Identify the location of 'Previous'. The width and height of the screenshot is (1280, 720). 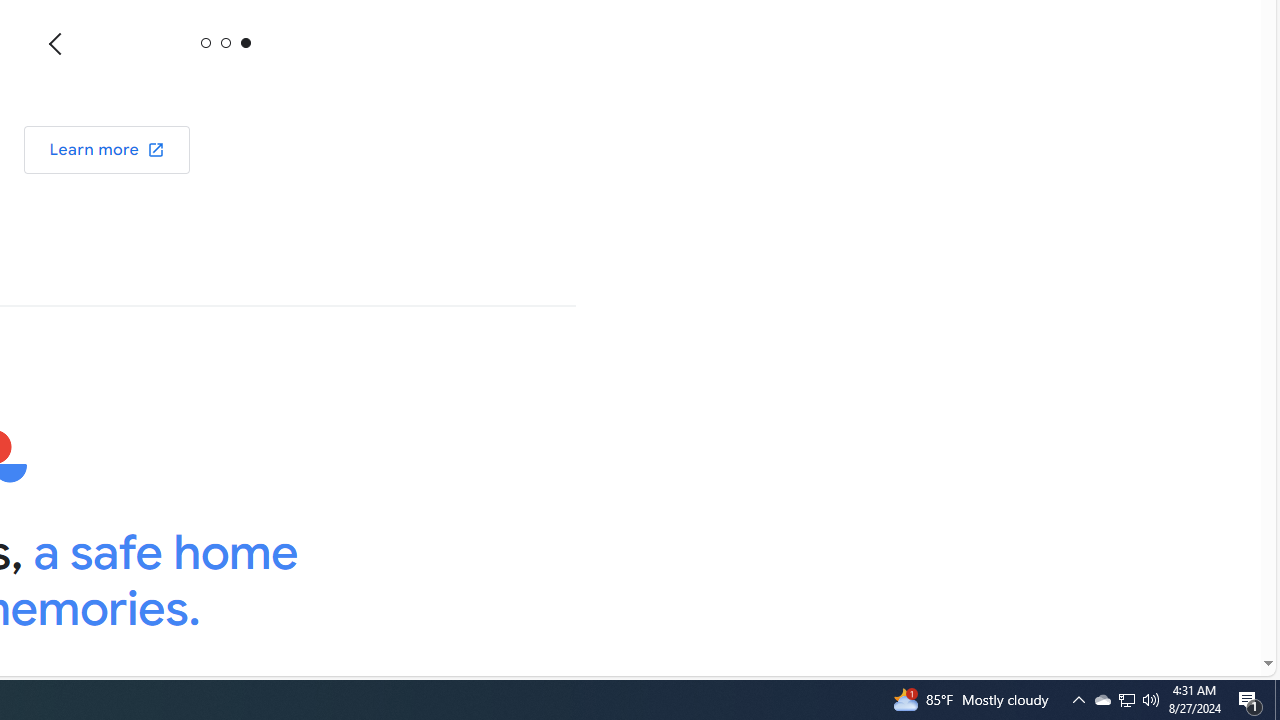
(56, 43).